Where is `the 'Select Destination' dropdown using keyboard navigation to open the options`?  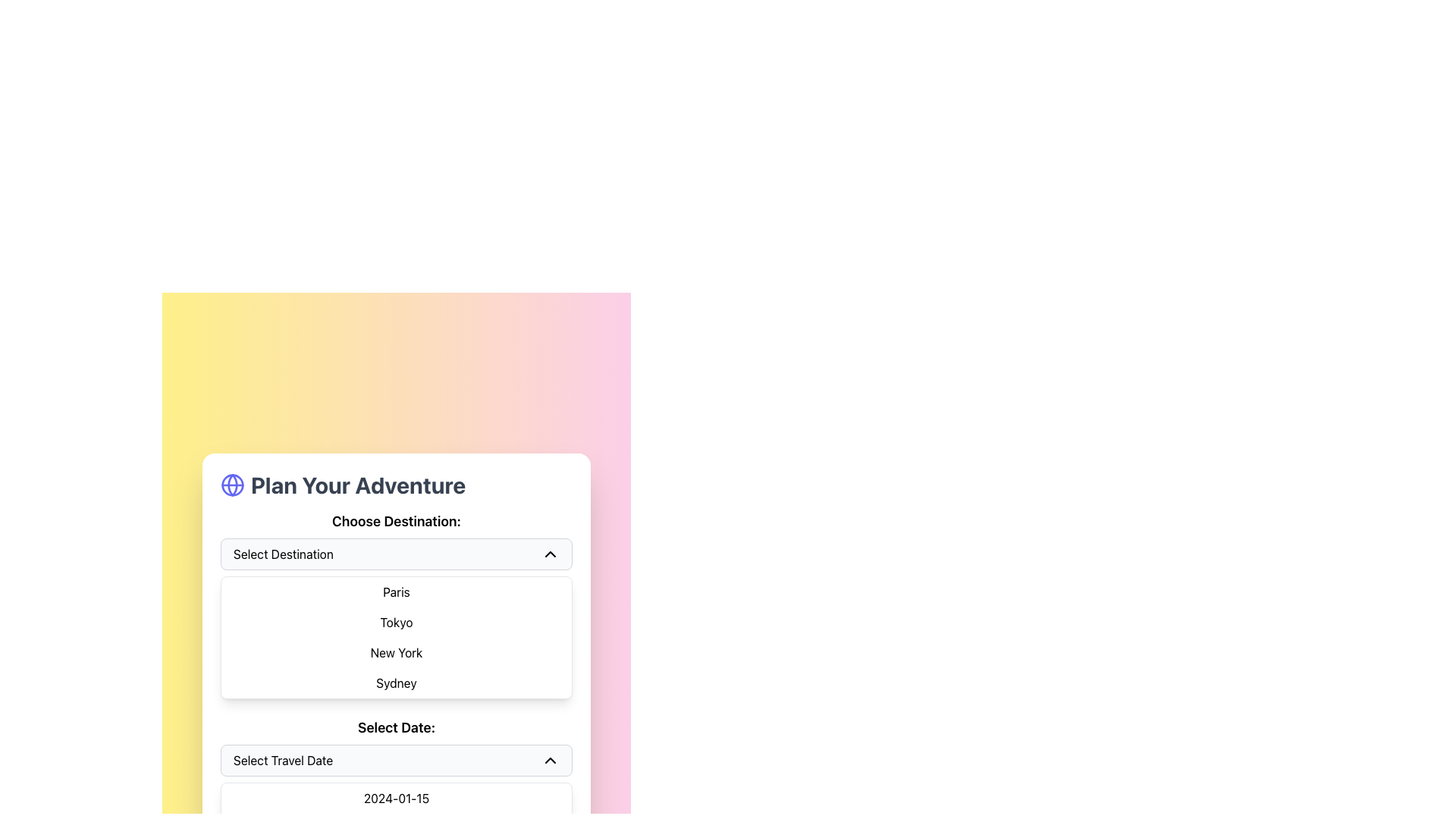
the 'Select Destination' dropdown using keyboard navigation to open the options is located at coordinates (397, 554).